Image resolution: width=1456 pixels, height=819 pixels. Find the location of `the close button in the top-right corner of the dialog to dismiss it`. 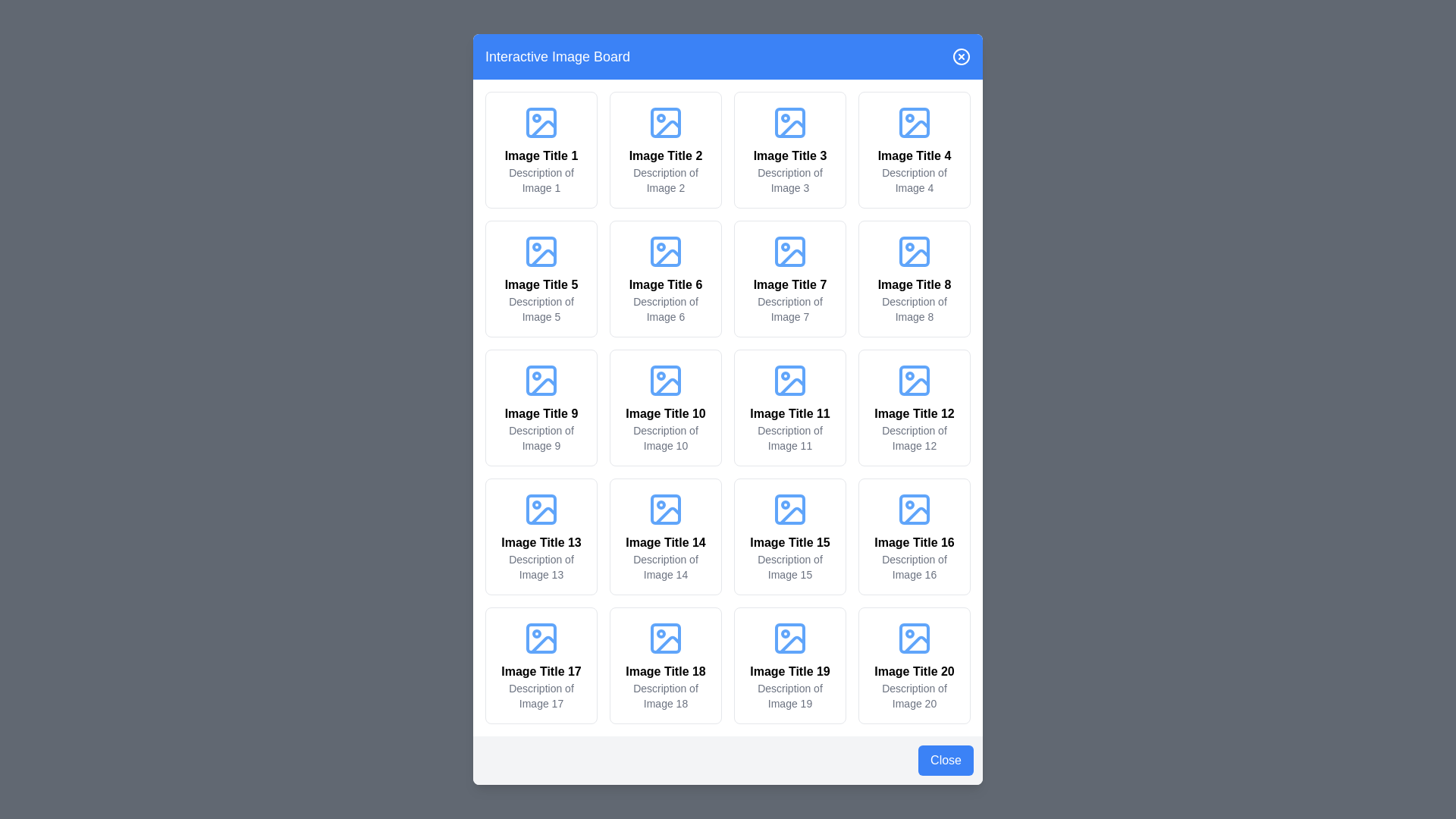

the close button in the top-right corner of the dialog to dismiss it is located at coordinates (960, 55).